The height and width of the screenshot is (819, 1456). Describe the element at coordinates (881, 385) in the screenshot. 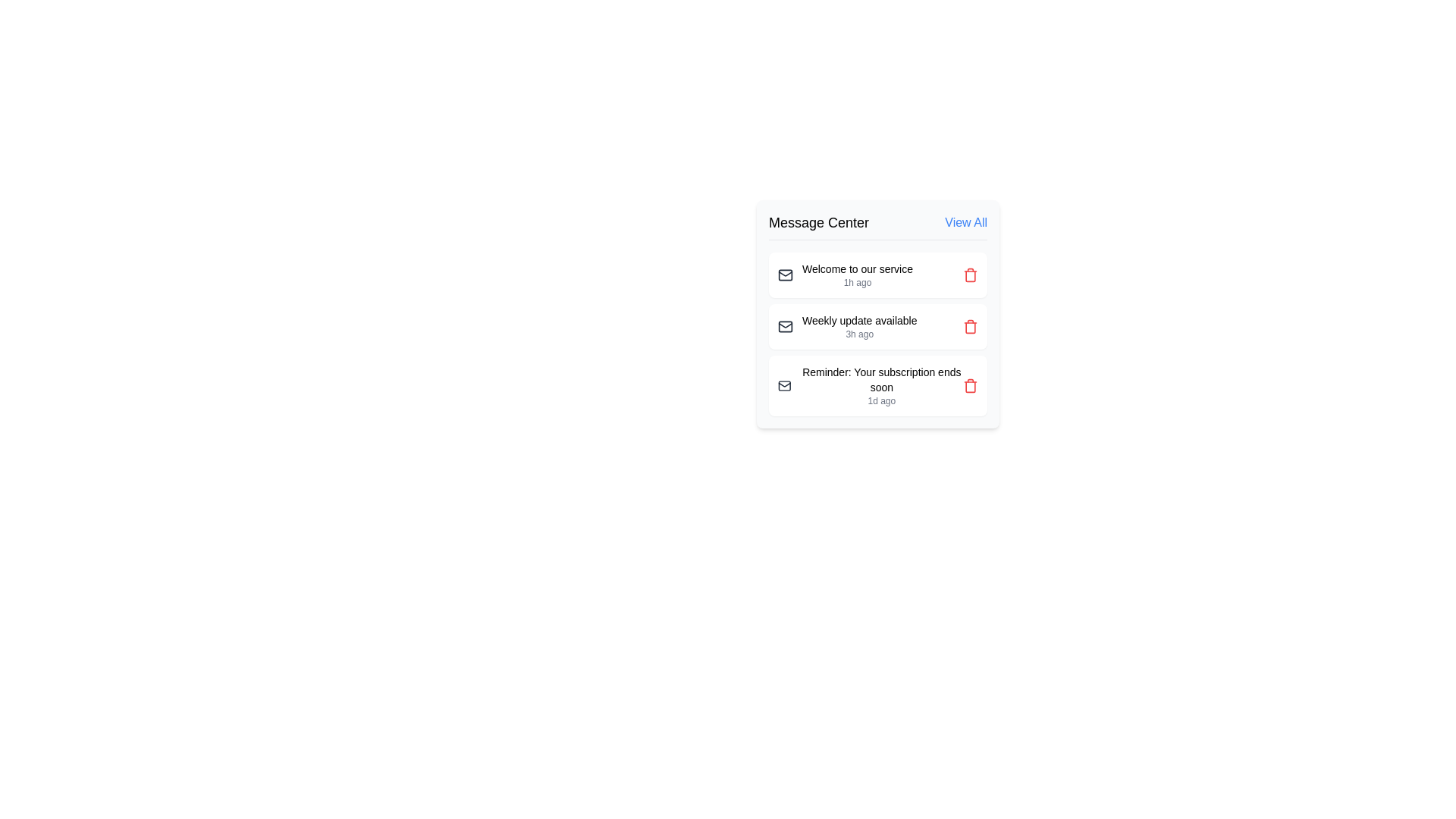

I see `the Notification entry indicating that the user's subscription is nearing its end, which is located in the third notification slot of the Message Center section` at that location.